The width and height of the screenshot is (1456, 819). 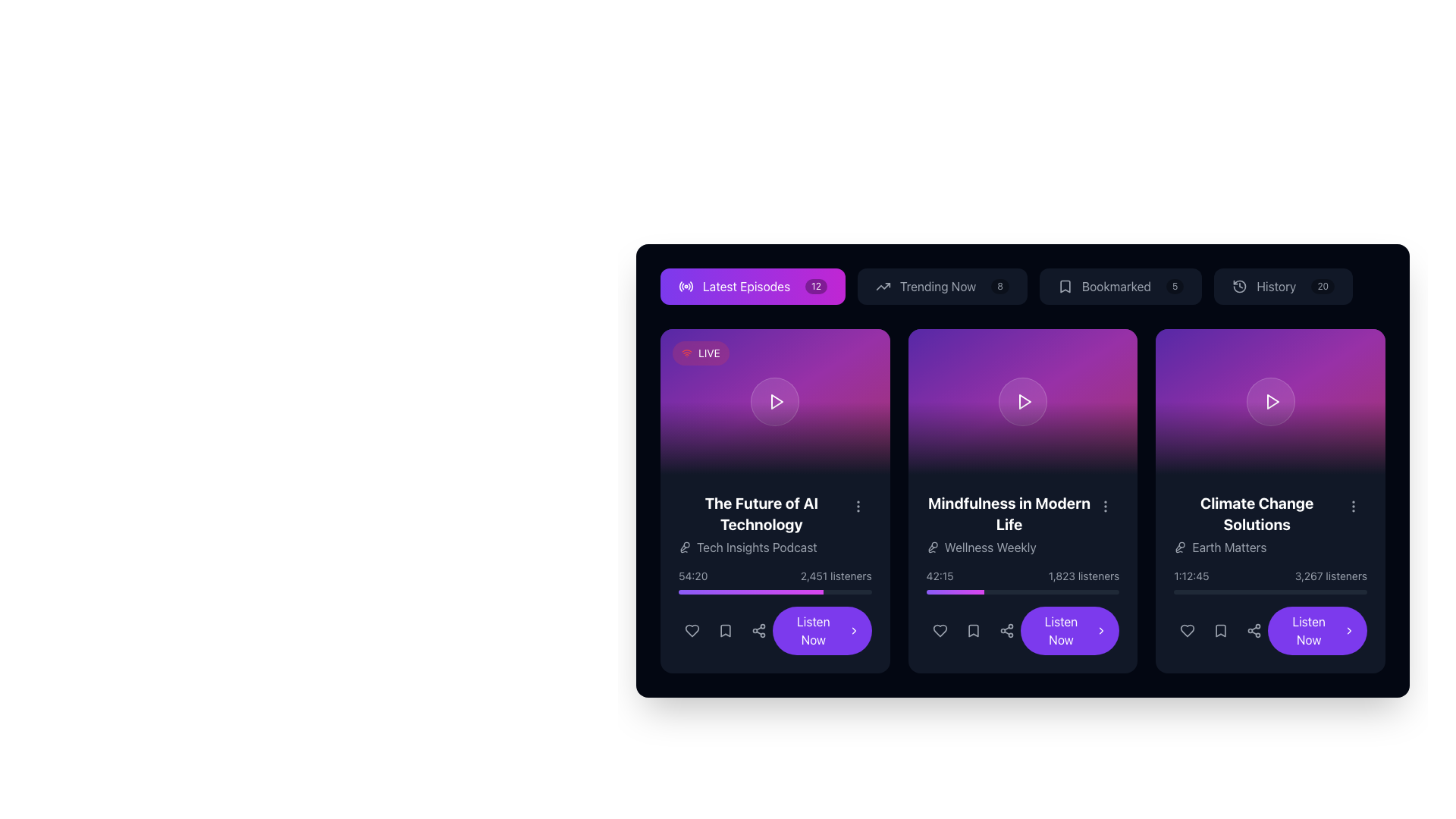 I want to click on the 'Bookmarked' text label in the menu bar, which is styled in gray font on a dark background, so click(x=1116, y=287).